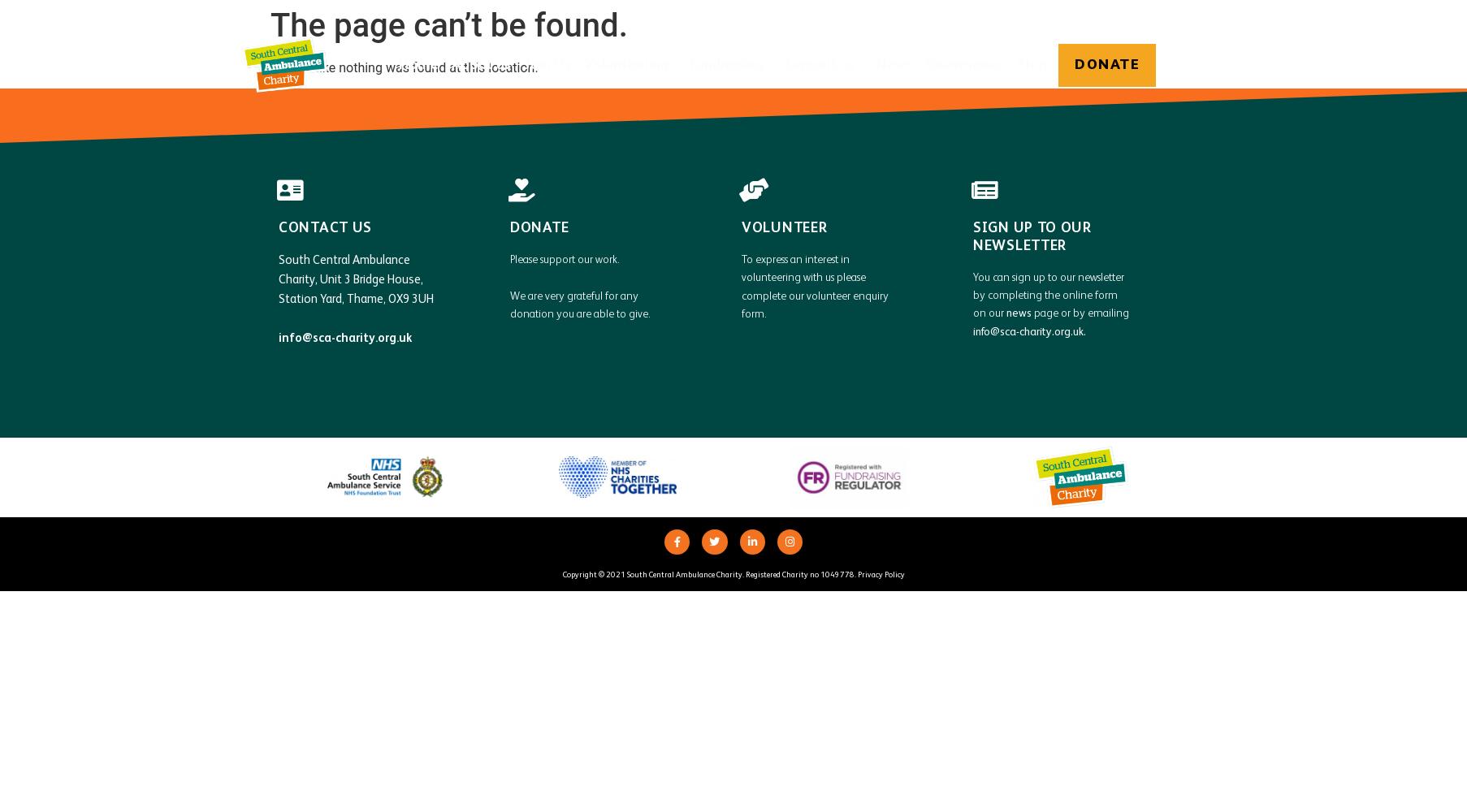  What do you see at coordinates (1048, 294) in the screenshot?
I see `'You can sign up to our newsletter by completing the online form on our'` at bounding box center [1048, 294].